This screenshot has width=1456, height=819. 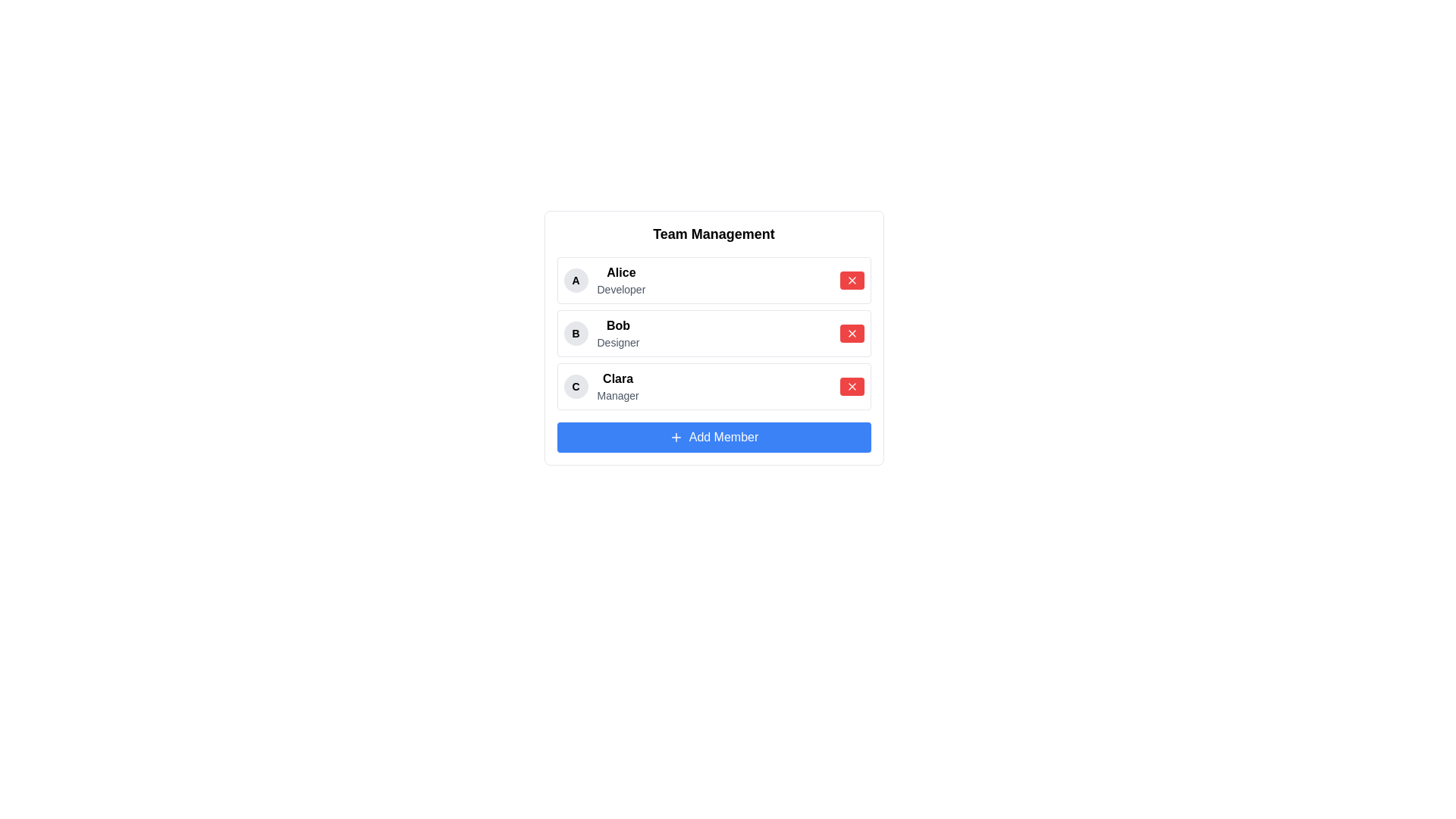 What do you see at coordinates (852, 385) in the screenshot?
I see `the small red button with a white 'X' icon located at the rightmost position of the 'Clara Manager' entry` at bounding box center [852, 385].